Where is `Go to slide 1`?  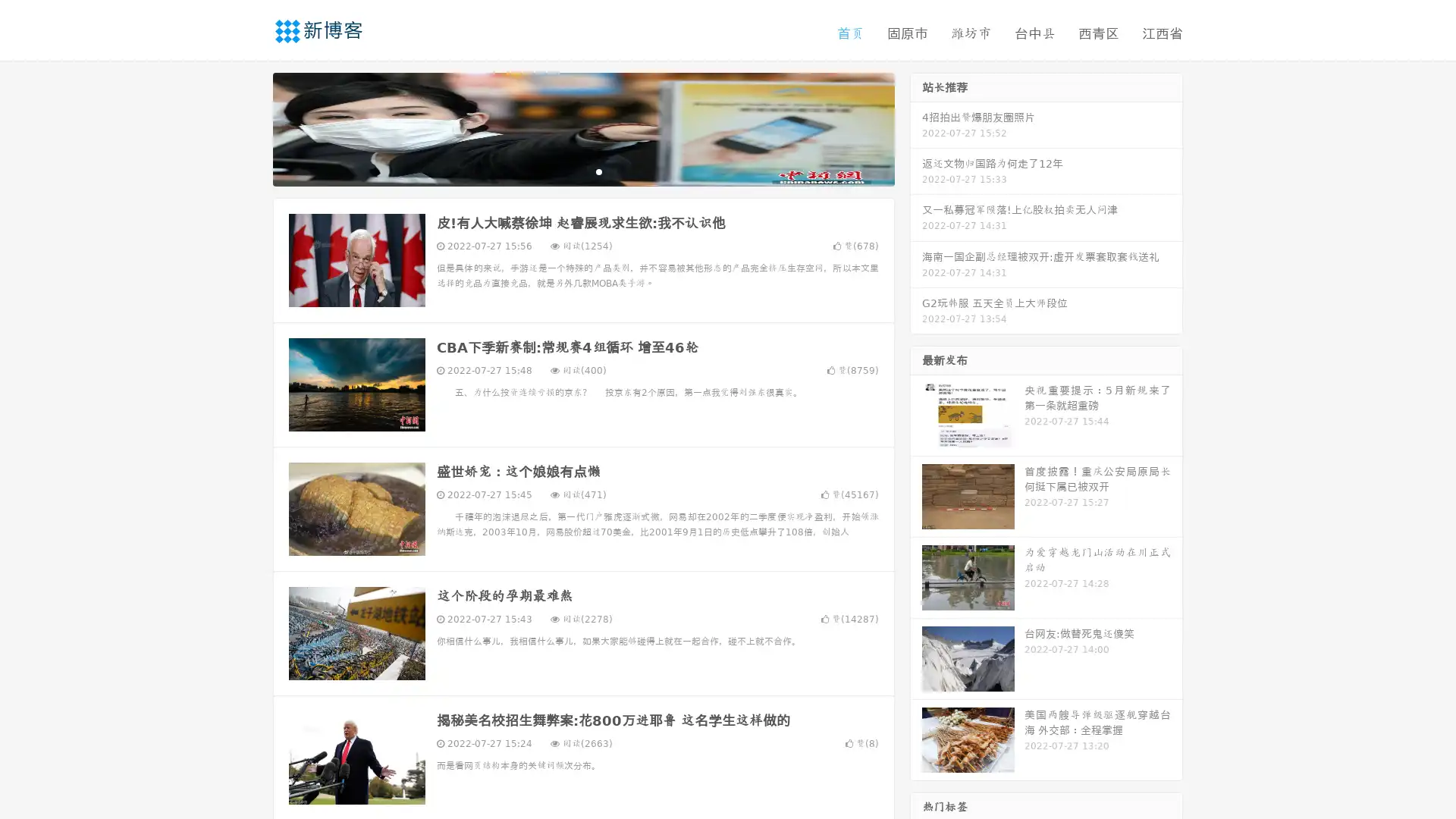
Go to slide 1 is located at coordinates (567, 171).